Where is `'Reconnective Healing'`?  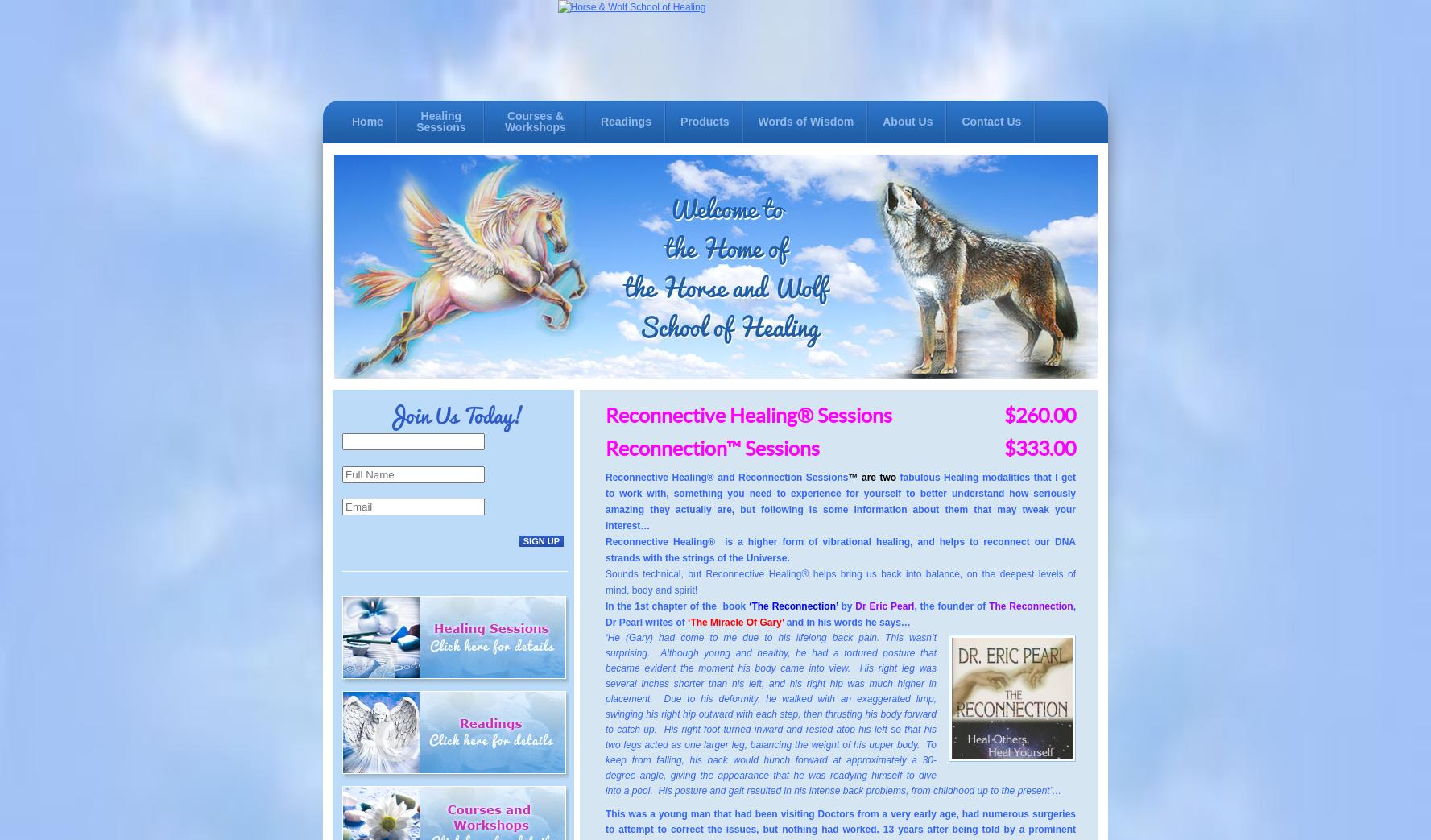 'Reconnective Healing' is located at coordinates (605, 478).